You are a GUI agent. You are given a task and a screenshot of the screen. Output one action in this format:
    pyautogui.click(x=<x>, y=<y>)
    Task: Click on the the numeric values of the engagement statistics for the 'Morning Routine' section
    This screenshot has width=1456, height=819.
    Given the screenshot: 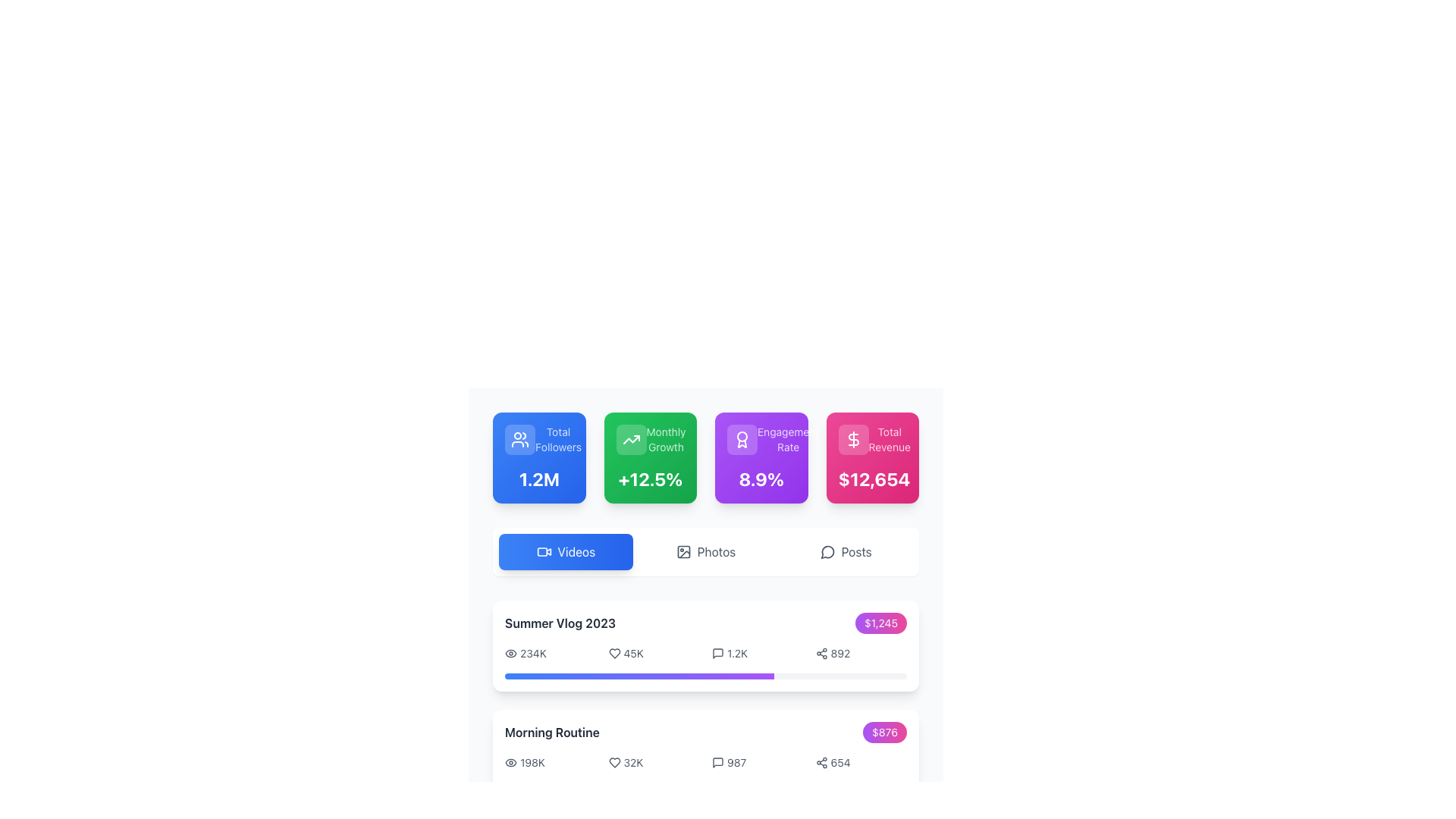 What is the action you would take?
    pyautogui.click(x=705, y=763)
    